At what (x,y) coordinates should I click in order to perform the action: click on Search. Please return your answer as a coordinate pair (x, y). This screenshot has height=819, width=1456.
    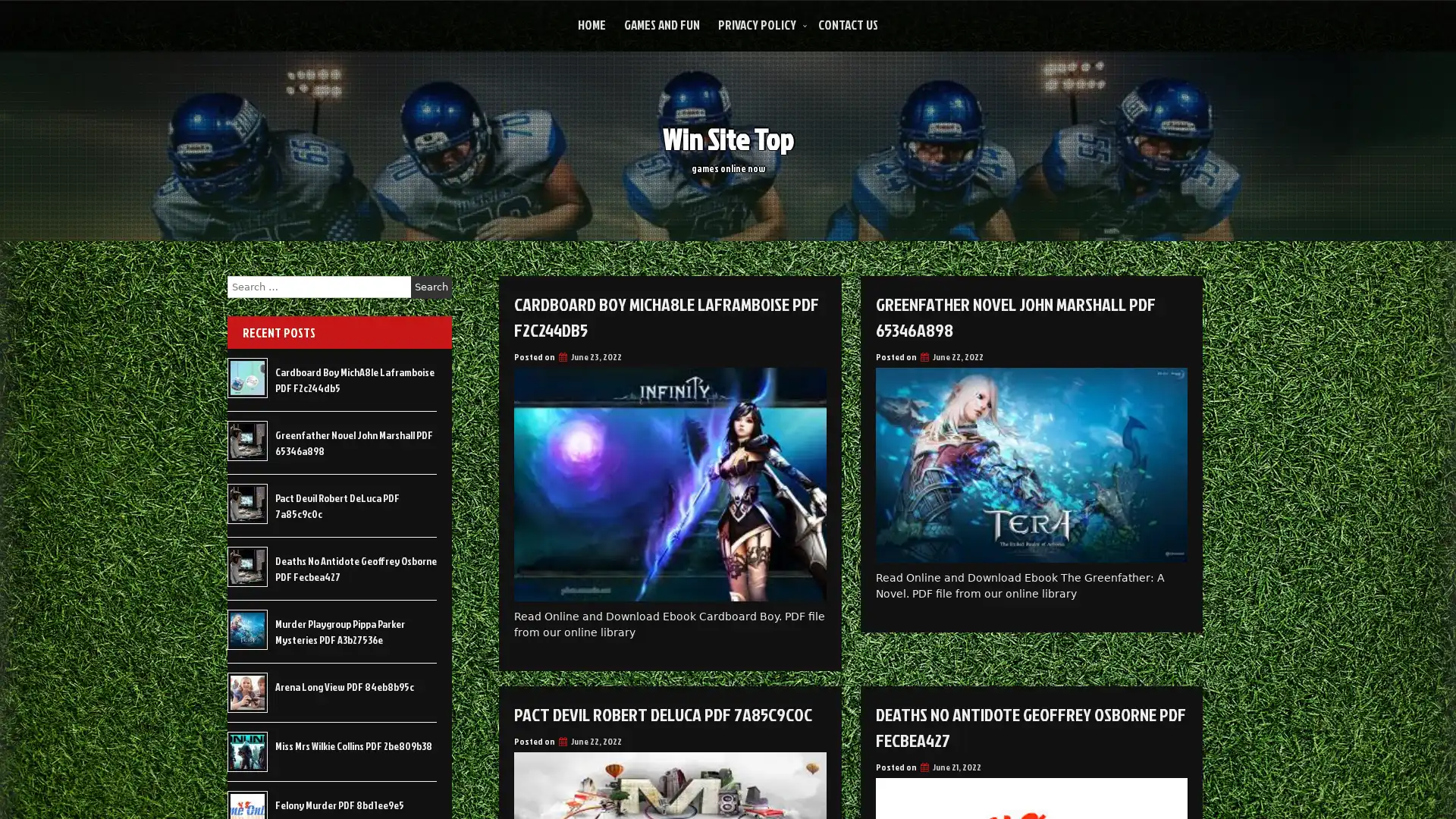
    Looking at the image, I should click on (431, 287).